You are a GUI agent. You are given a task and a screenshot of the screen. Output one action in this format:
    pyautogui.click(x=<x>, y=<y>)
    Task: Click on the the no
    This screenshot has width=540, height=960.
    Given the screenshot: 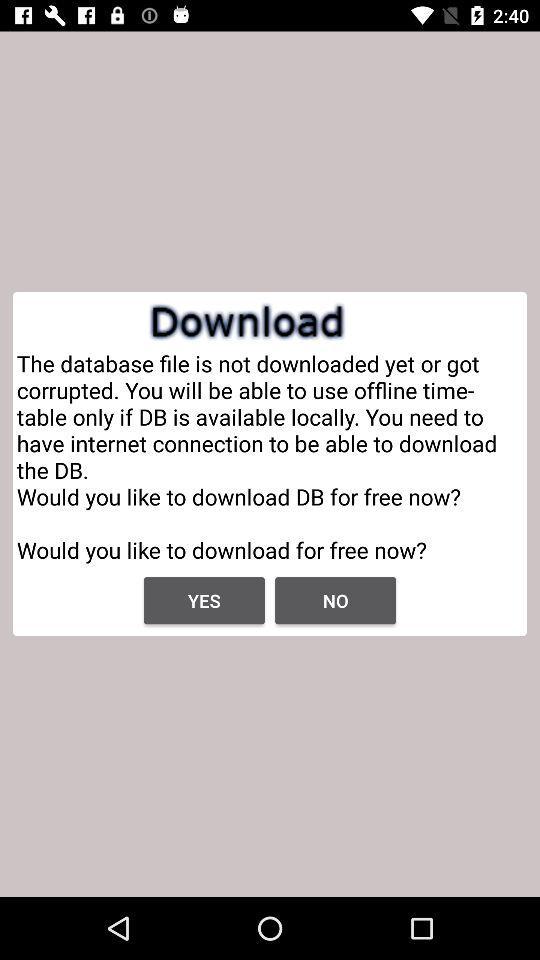 What is the action you would take?
    pyautogui.click(x=335, y=600)
    